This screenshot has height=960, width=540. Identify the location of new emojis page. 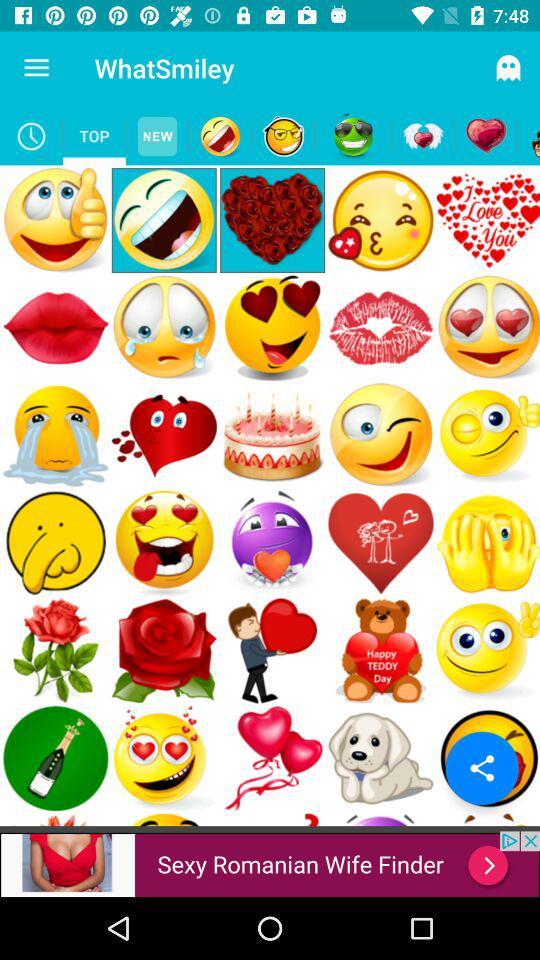
(156, 135).